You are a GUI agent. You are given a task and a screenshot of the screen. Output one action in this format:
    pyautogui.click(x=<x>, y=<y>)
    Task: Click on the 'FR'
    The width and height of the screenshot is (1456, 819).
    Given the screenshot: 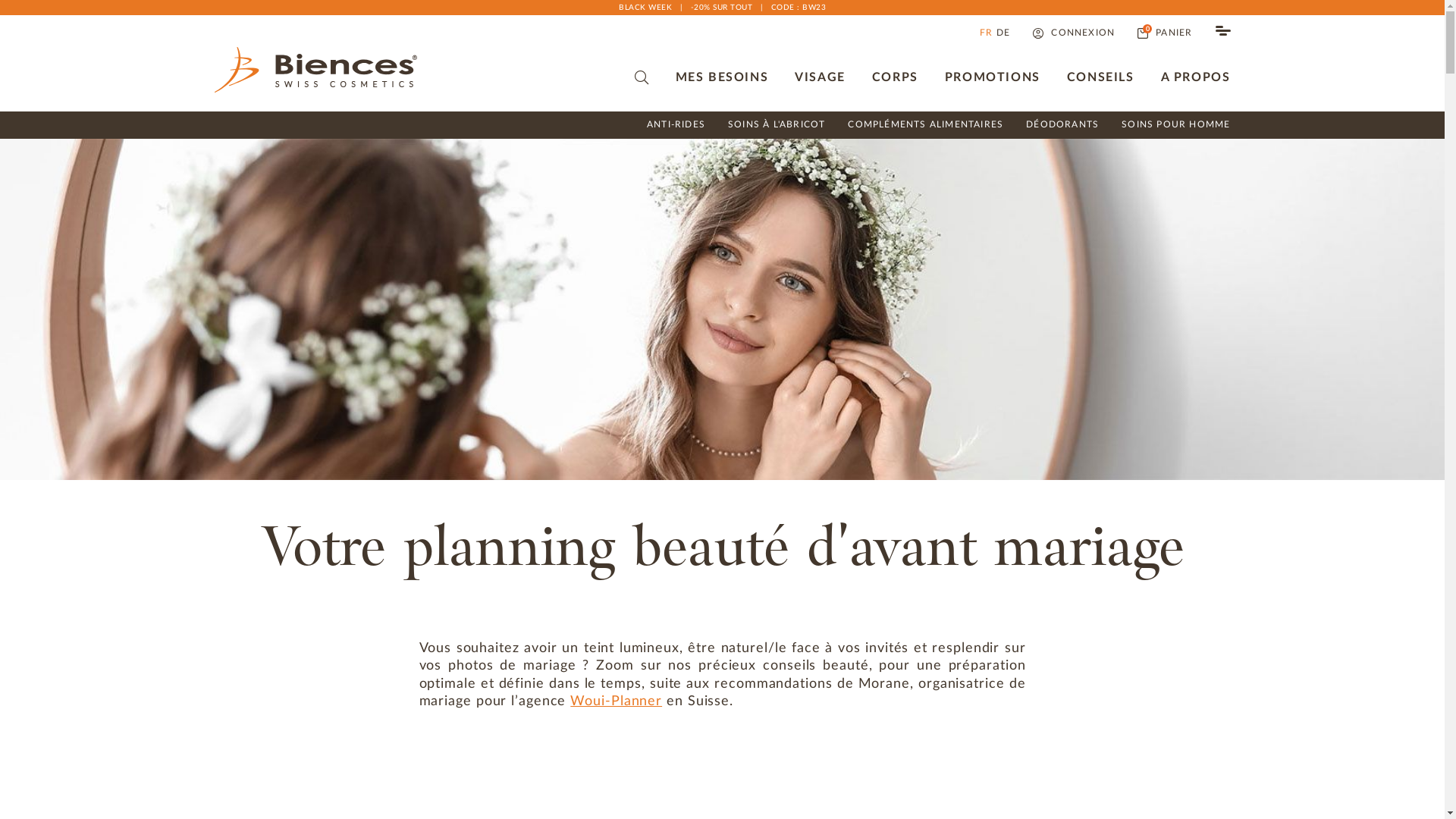 What is the action you would take?
    pyautogui.click(x=986, y=33)
    